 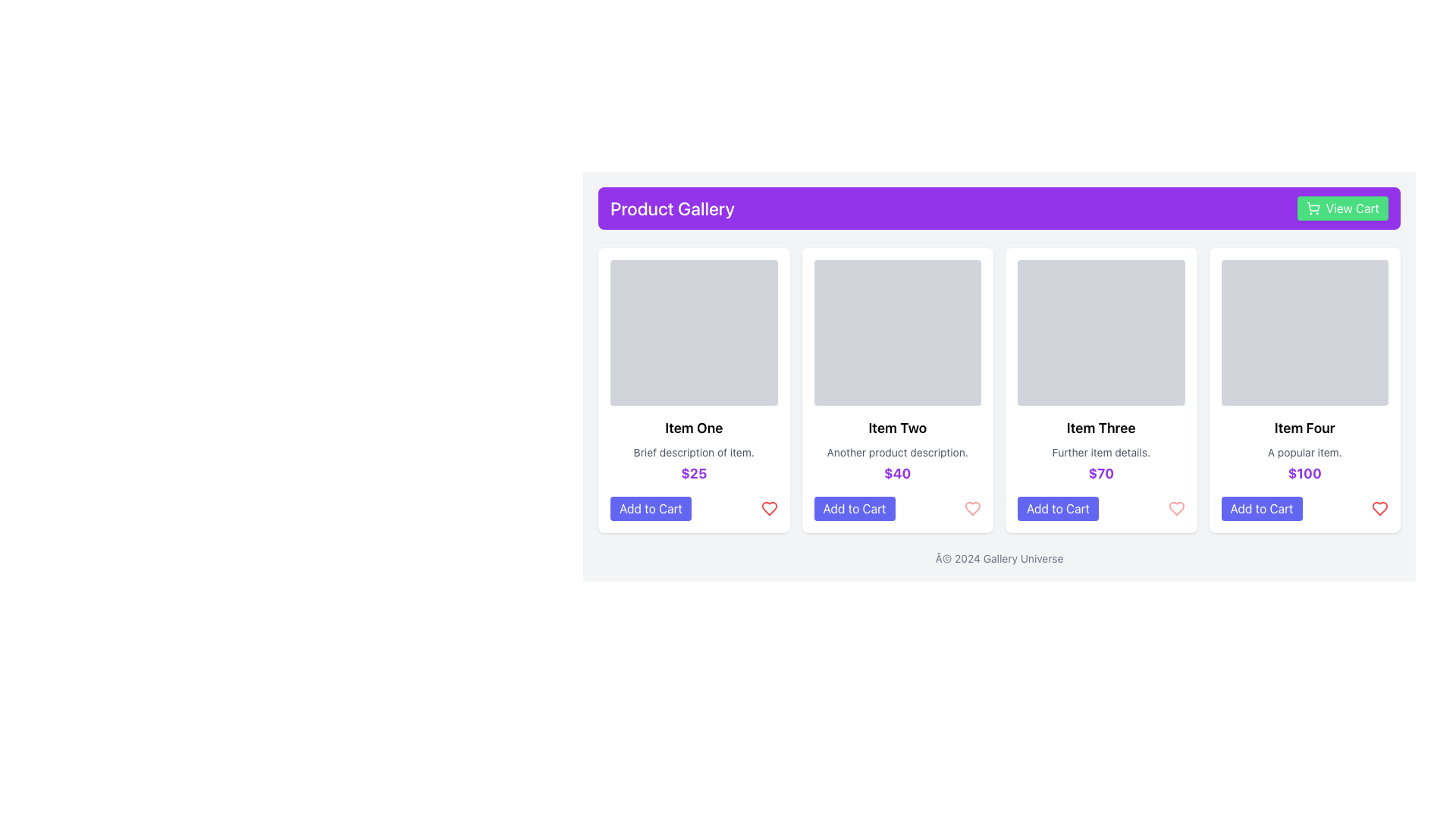 I want to click on the heart icon located at the bottom-right corner of the 'Item Two' card in the product gallery, so click(x=972, y=509).